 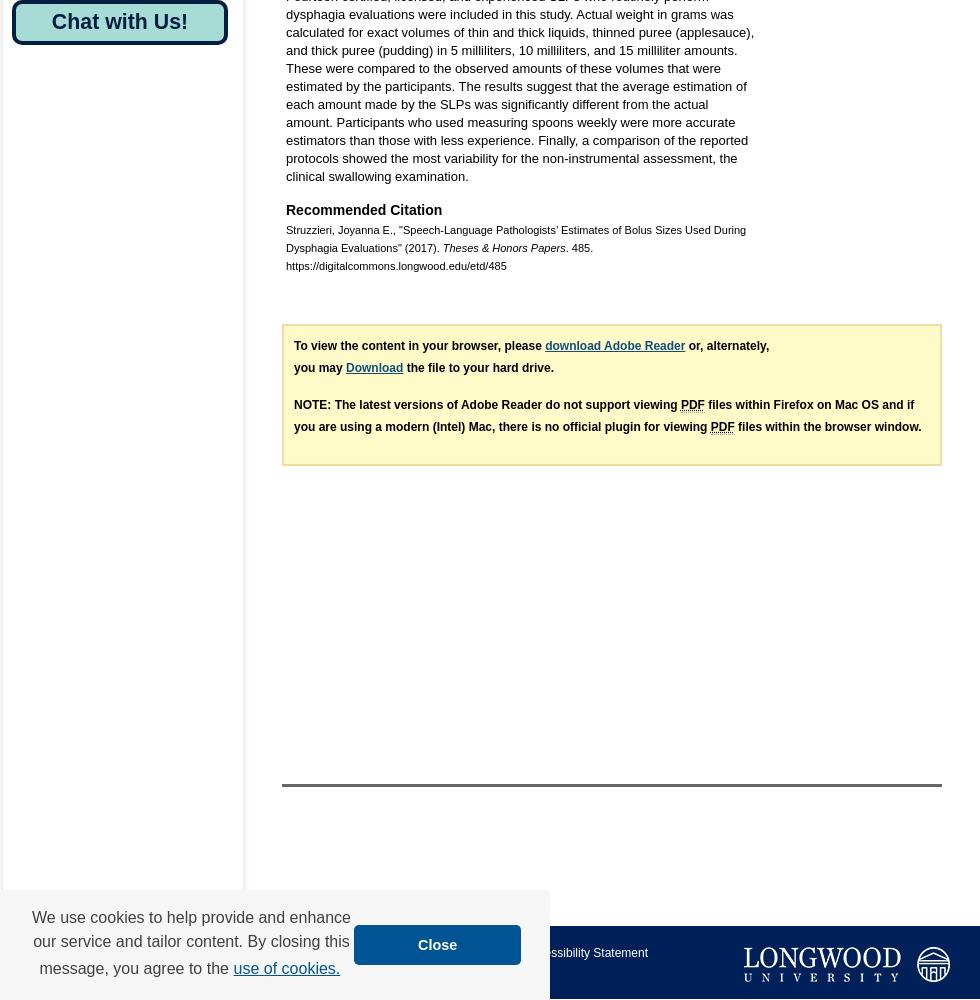 I want to click on 'you may', so click(x=294, y=366).